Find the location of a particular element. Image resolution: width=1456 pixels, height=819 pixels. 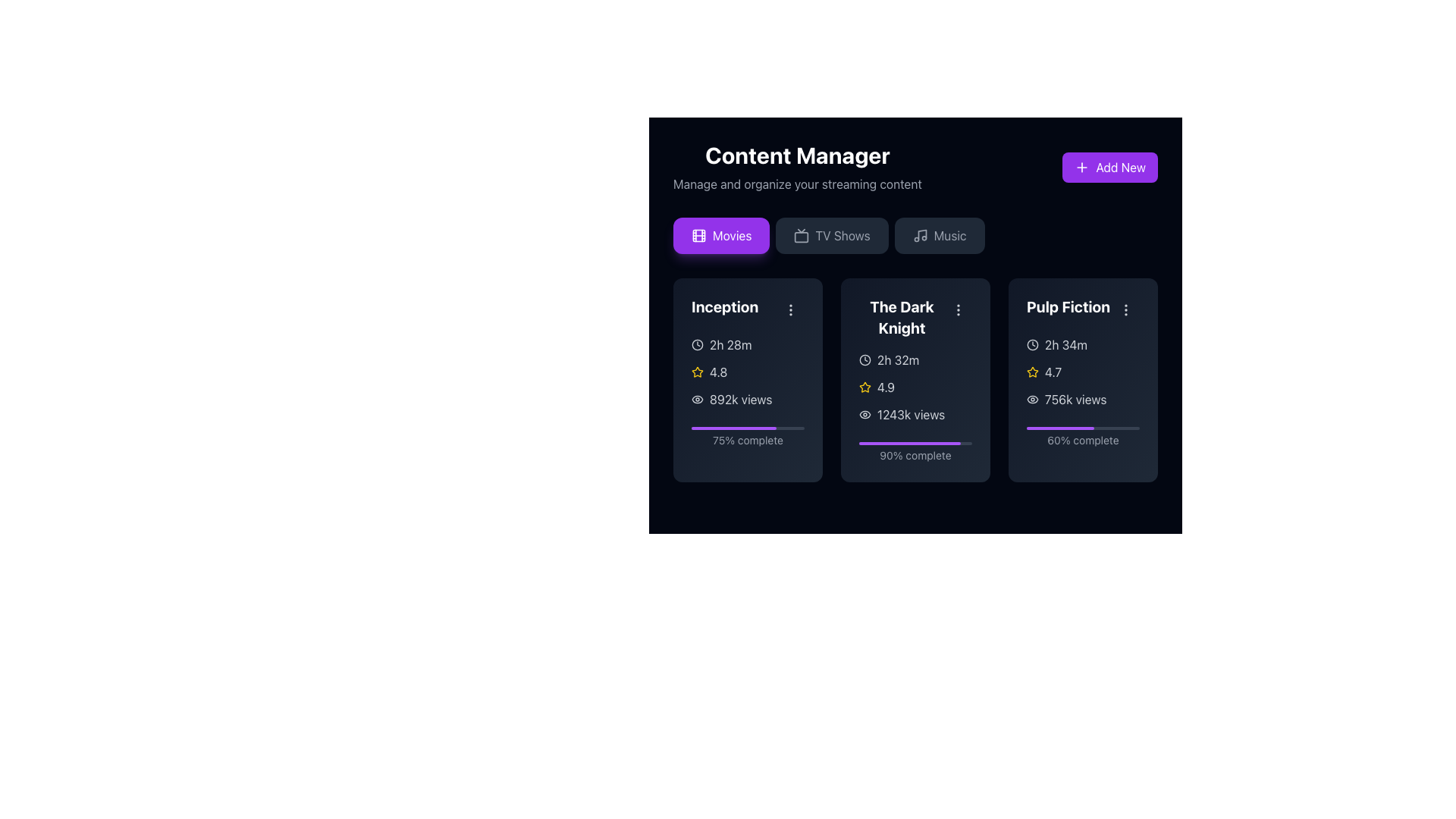

the horizontal progress bar with a gray background and rounded corners for the movie 'Inception', which shows approximately 75% complete progress is located at coordinates (748, 428).